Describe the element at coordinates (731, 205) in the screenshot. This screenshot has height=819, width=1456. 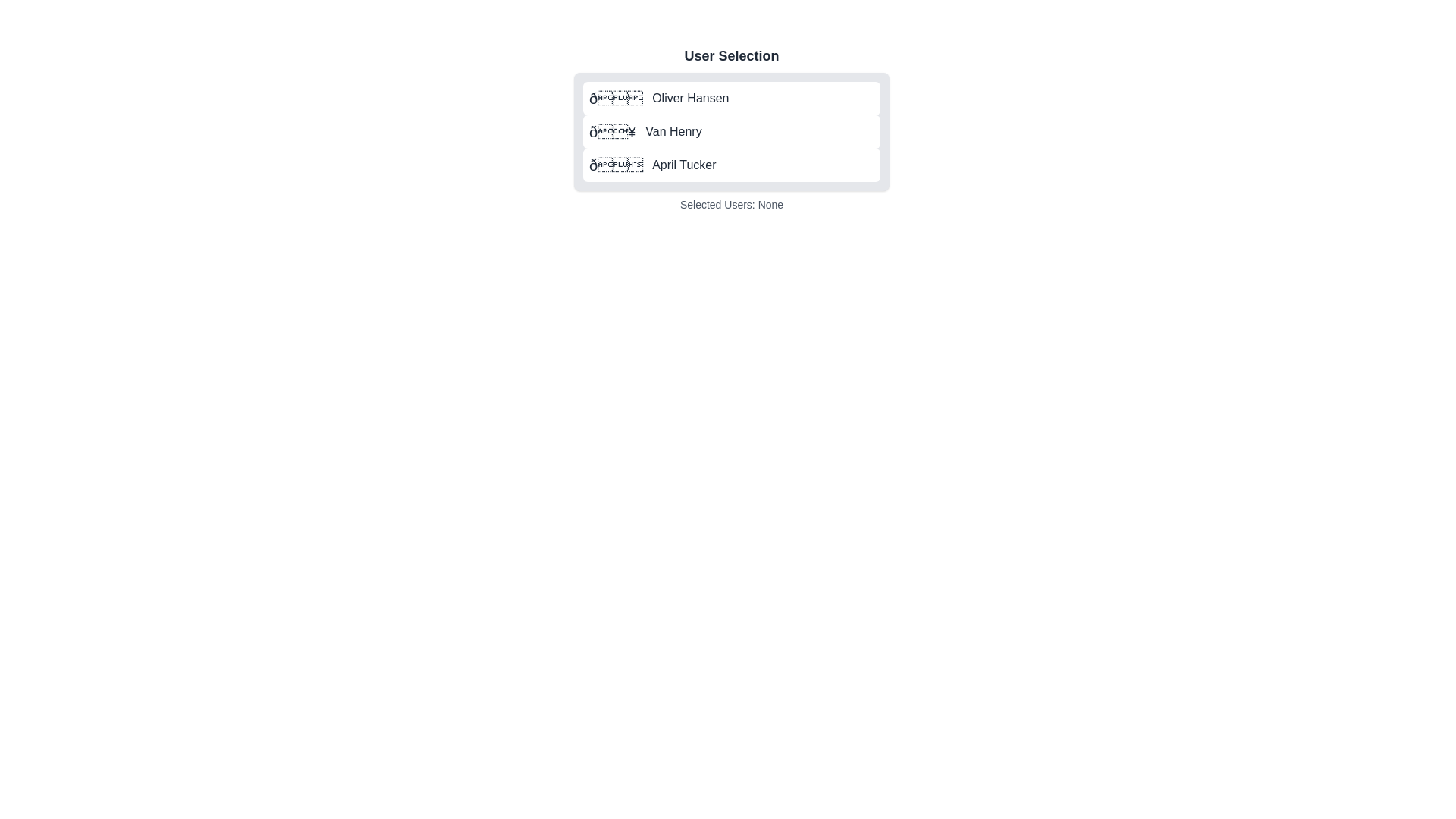
I see `the label that informs the user about currently selected users, indicating 'None' when no selection has been made, located directly below the selectable user options` at that location.